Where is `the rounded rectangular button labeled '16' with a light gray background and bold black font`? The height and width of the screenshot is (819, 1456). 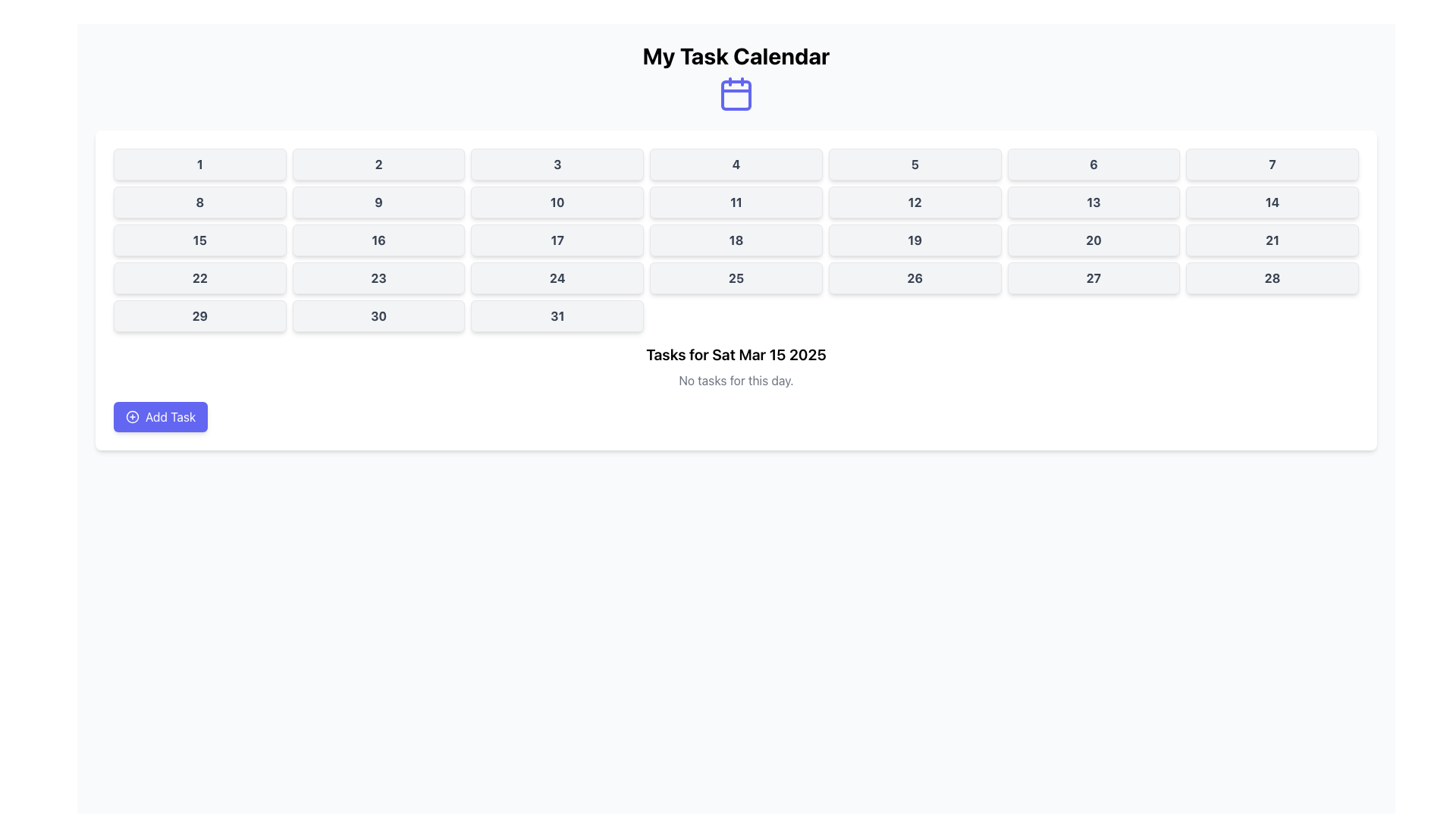 the rounded rectangular button labeled '16' with a light gray background and bold black font is located at coordinates (378, 239).